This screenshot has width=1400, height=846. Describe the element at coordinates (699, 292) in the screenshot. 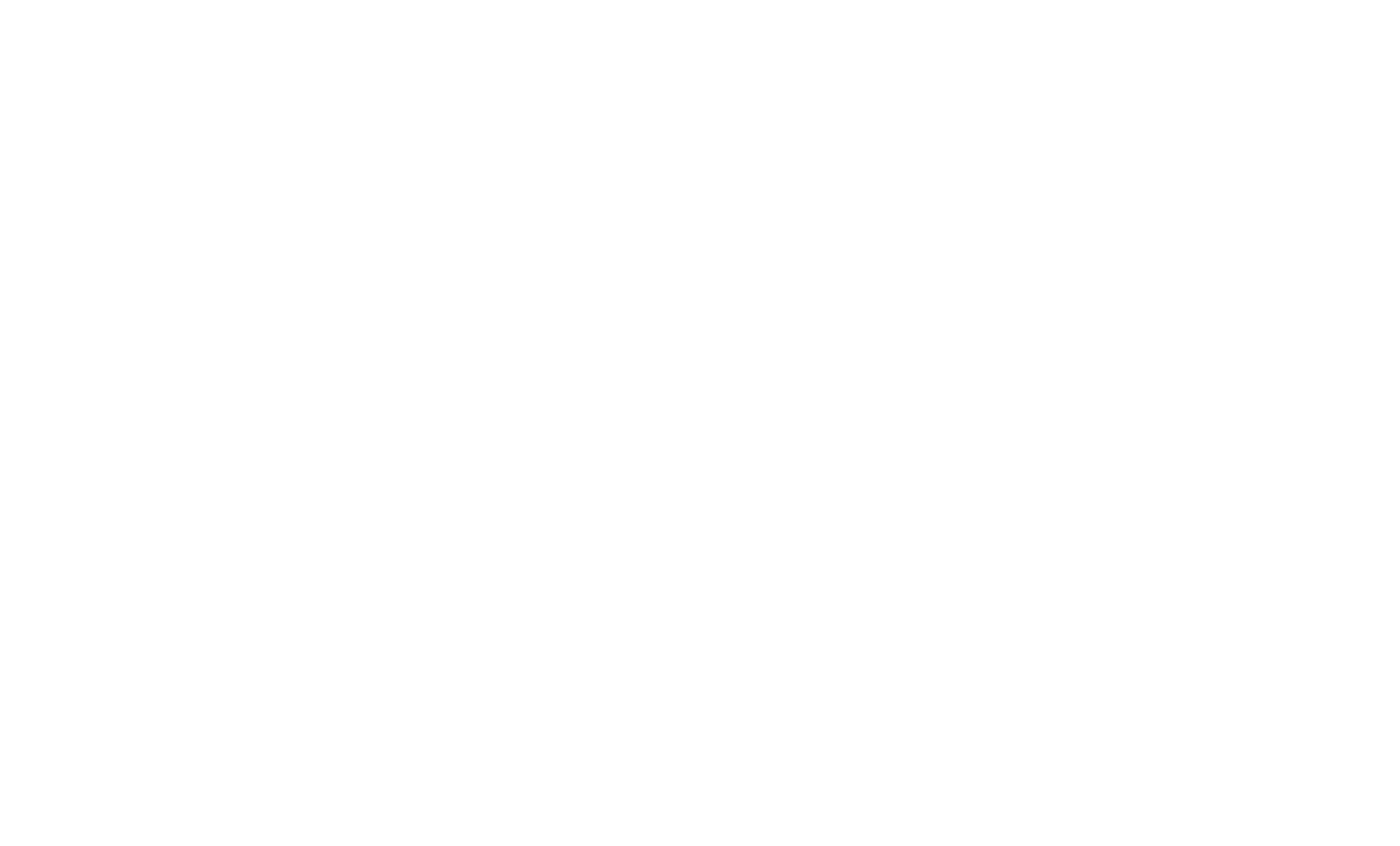

I see `'We would be happy to answer any of your questions!'` at that location.